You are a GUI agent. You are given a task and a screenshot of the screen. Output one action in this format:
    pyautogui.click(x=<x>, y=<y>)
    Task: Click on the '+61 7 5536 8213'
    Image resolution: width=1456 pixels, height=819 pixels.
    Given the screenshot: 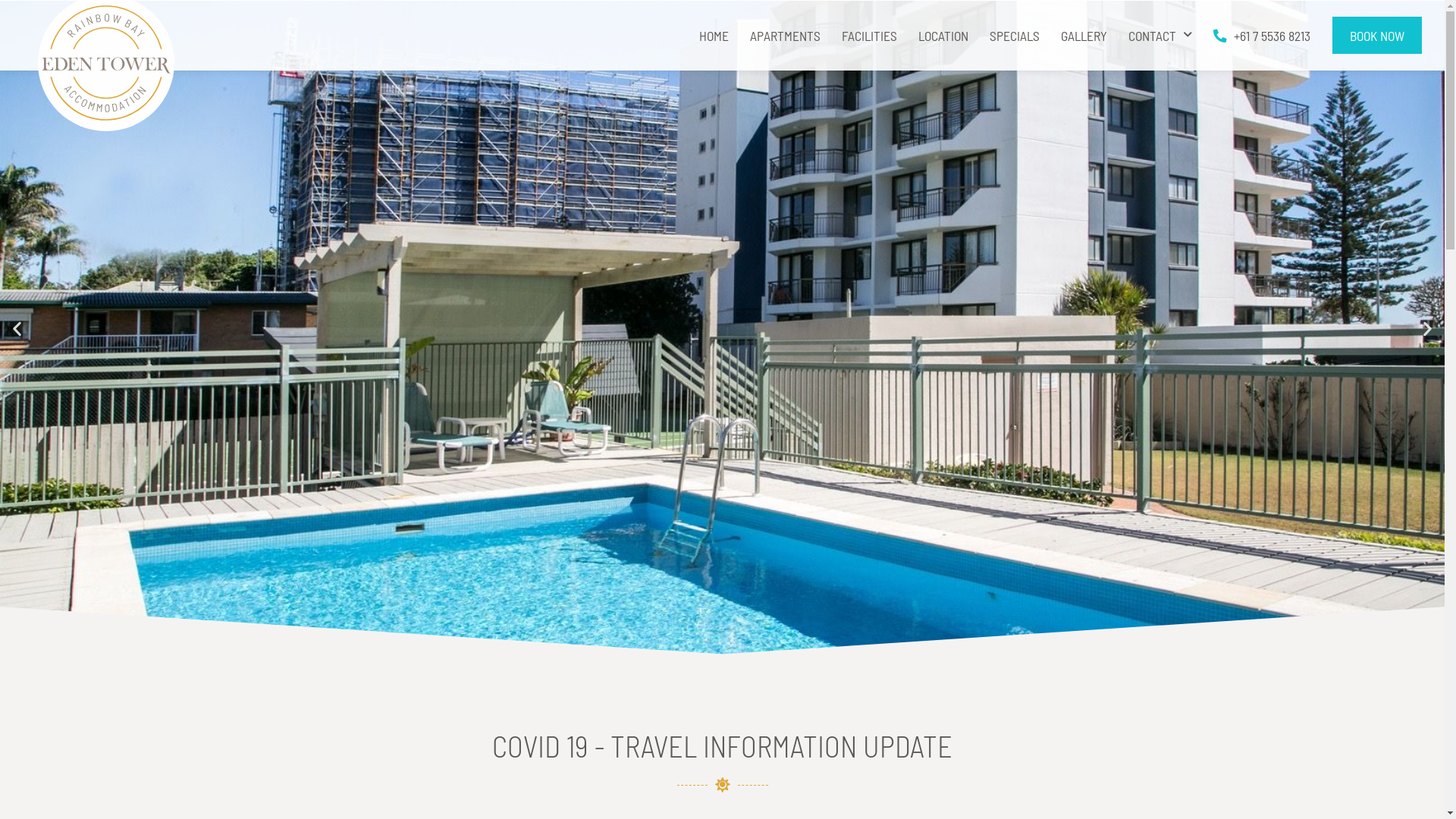 What is the action you would take?
    pyautogui.click(x=1262, y=34)
    